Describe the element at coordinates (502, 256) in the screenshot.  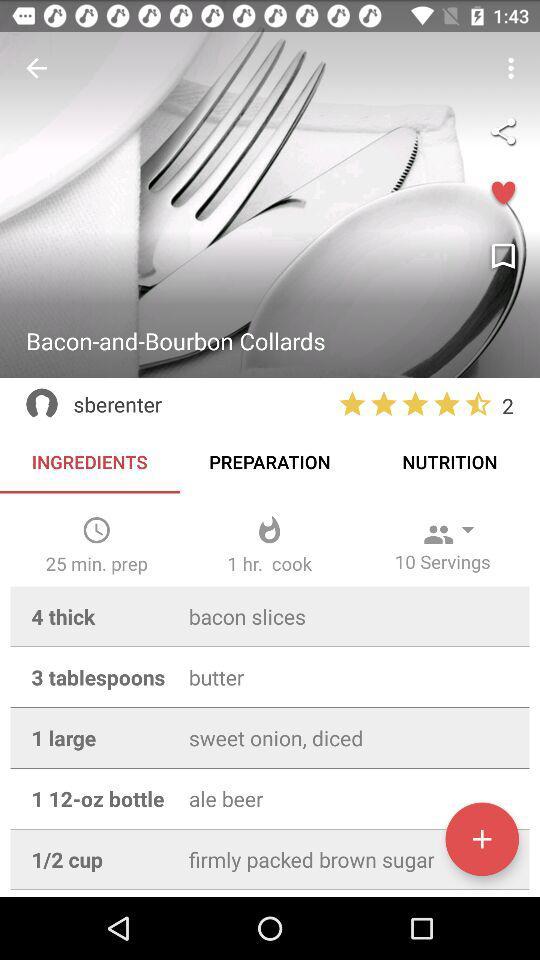
I see `the bookmark icon` at that location.